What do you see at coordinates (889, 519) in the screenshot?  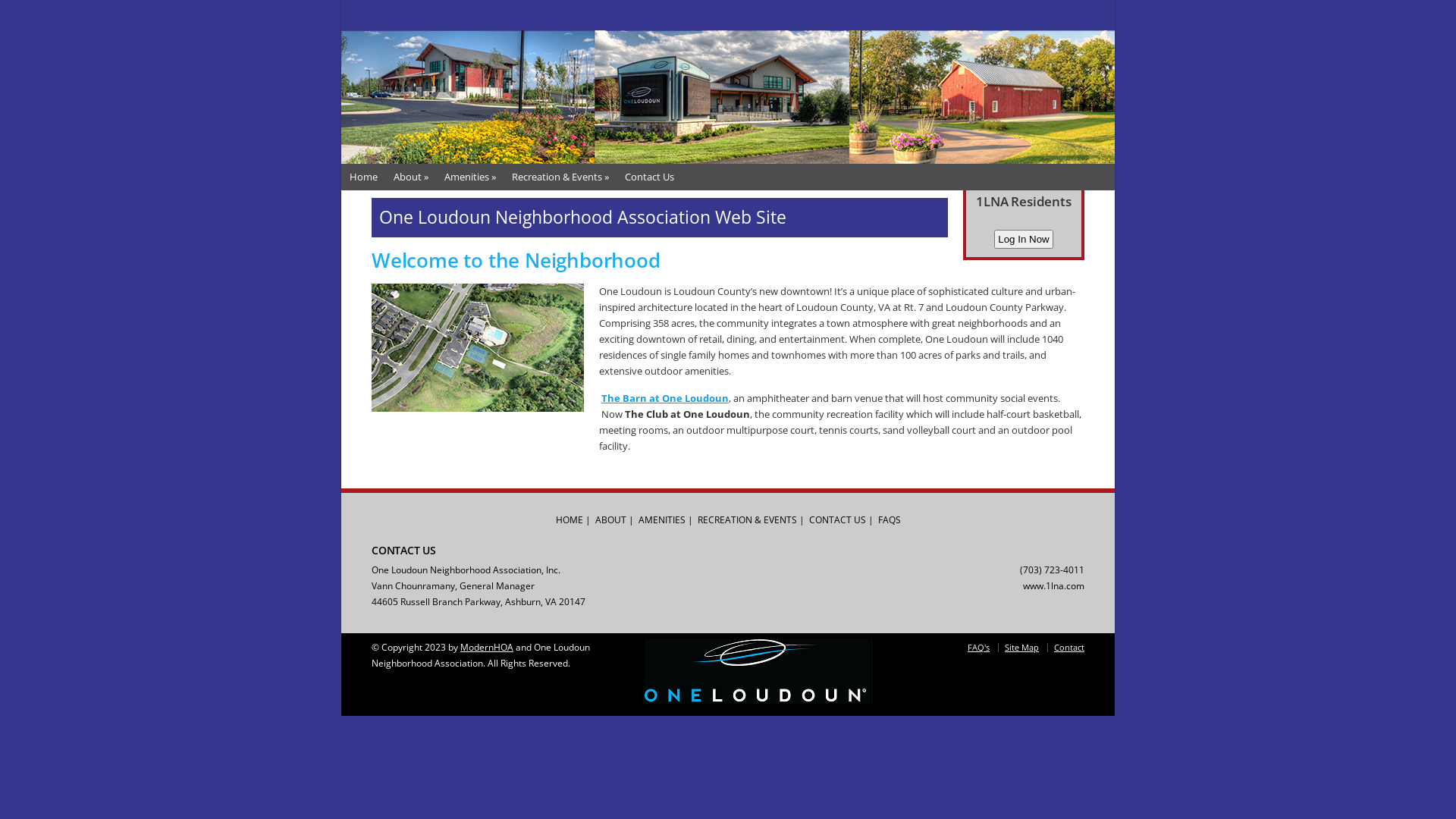 I see `'FAQS'` at bounding box center [889, 519].